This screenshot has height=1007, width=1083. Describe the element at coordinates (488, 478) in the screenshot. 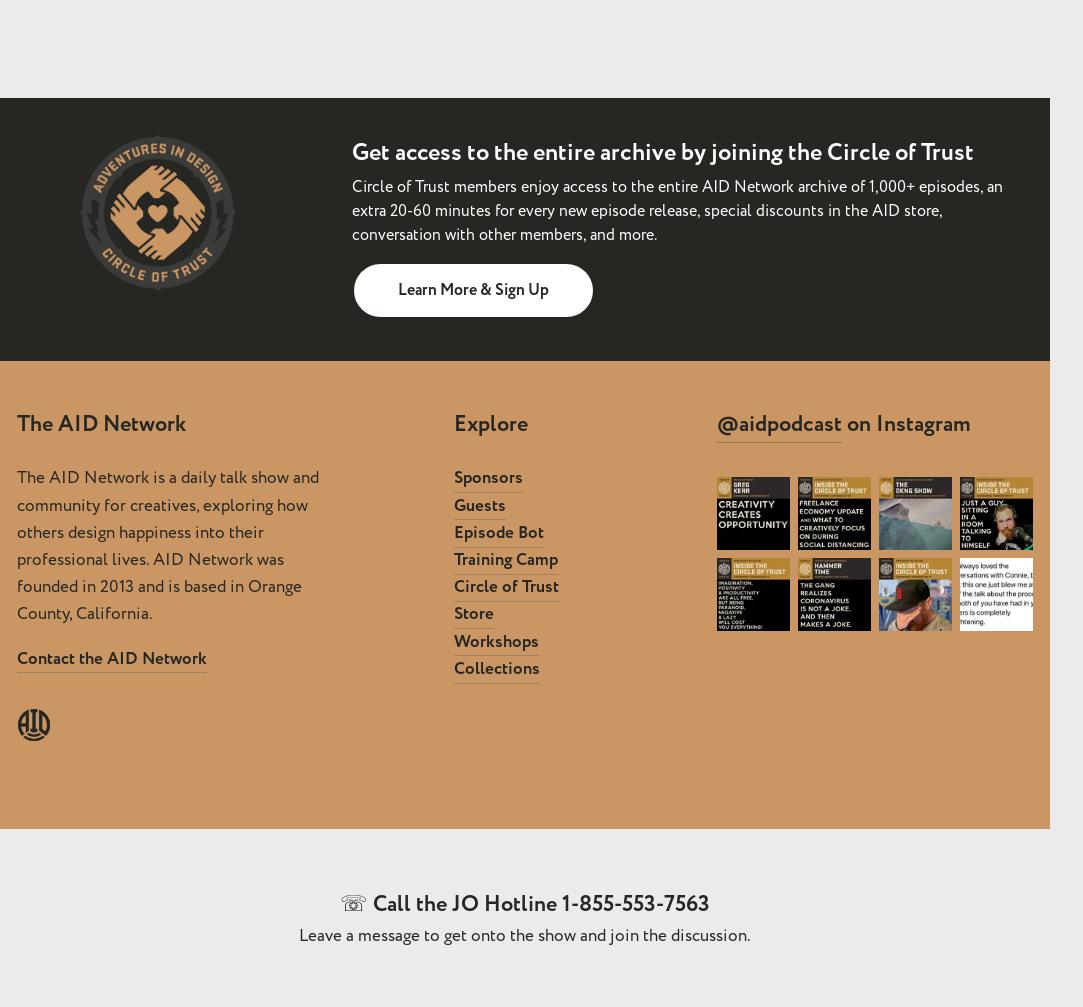

I see `'Sponsors'` at that location.